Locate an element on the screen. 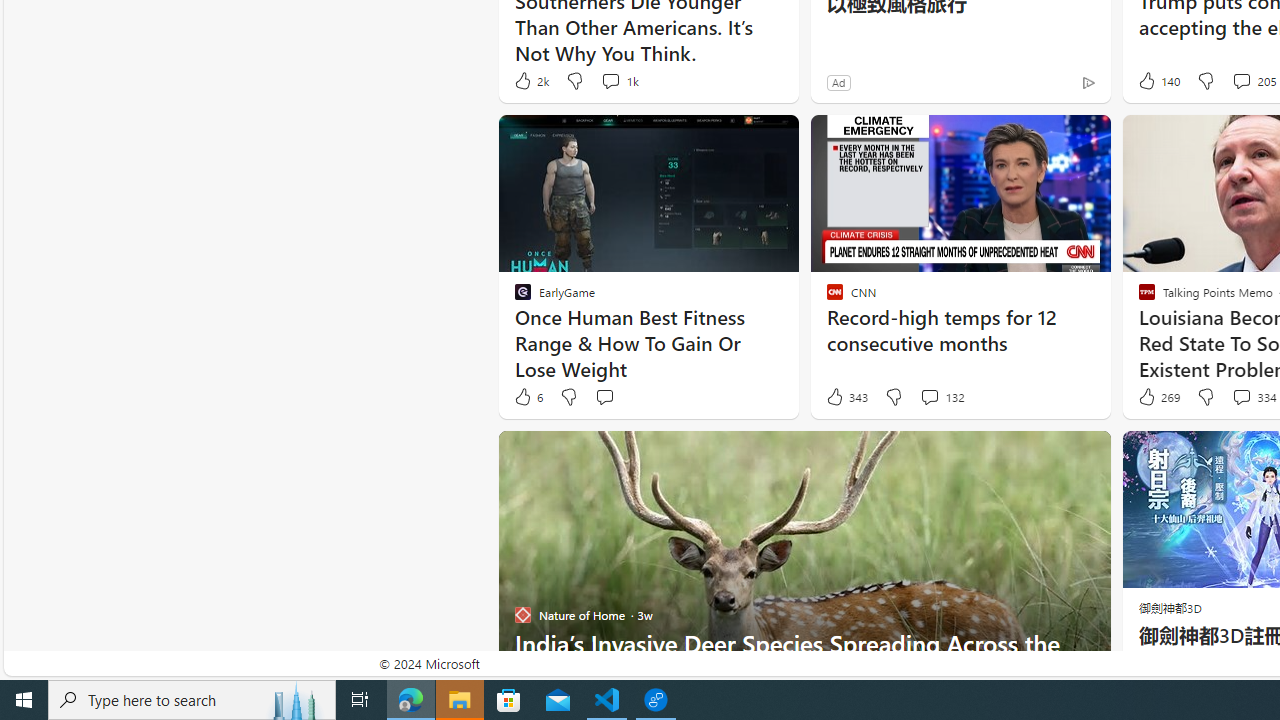  '6 Like' is located at coordinates (527, 397).